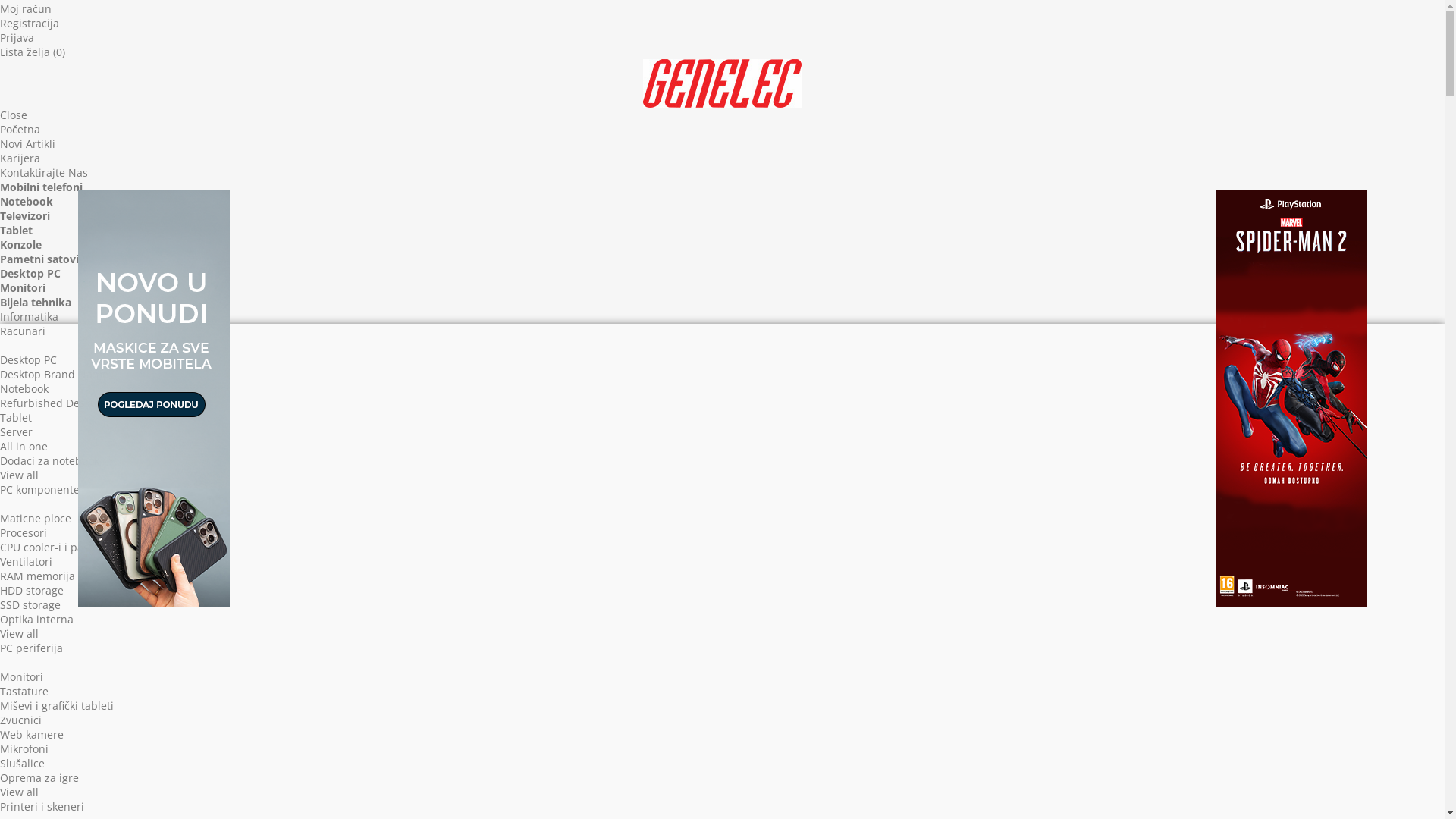 The image size is (1456, 819). What do you see at coordinates (24, 748) in the screenshot?
I see `'Mikrofoni'` at bounding box center [24, 748].